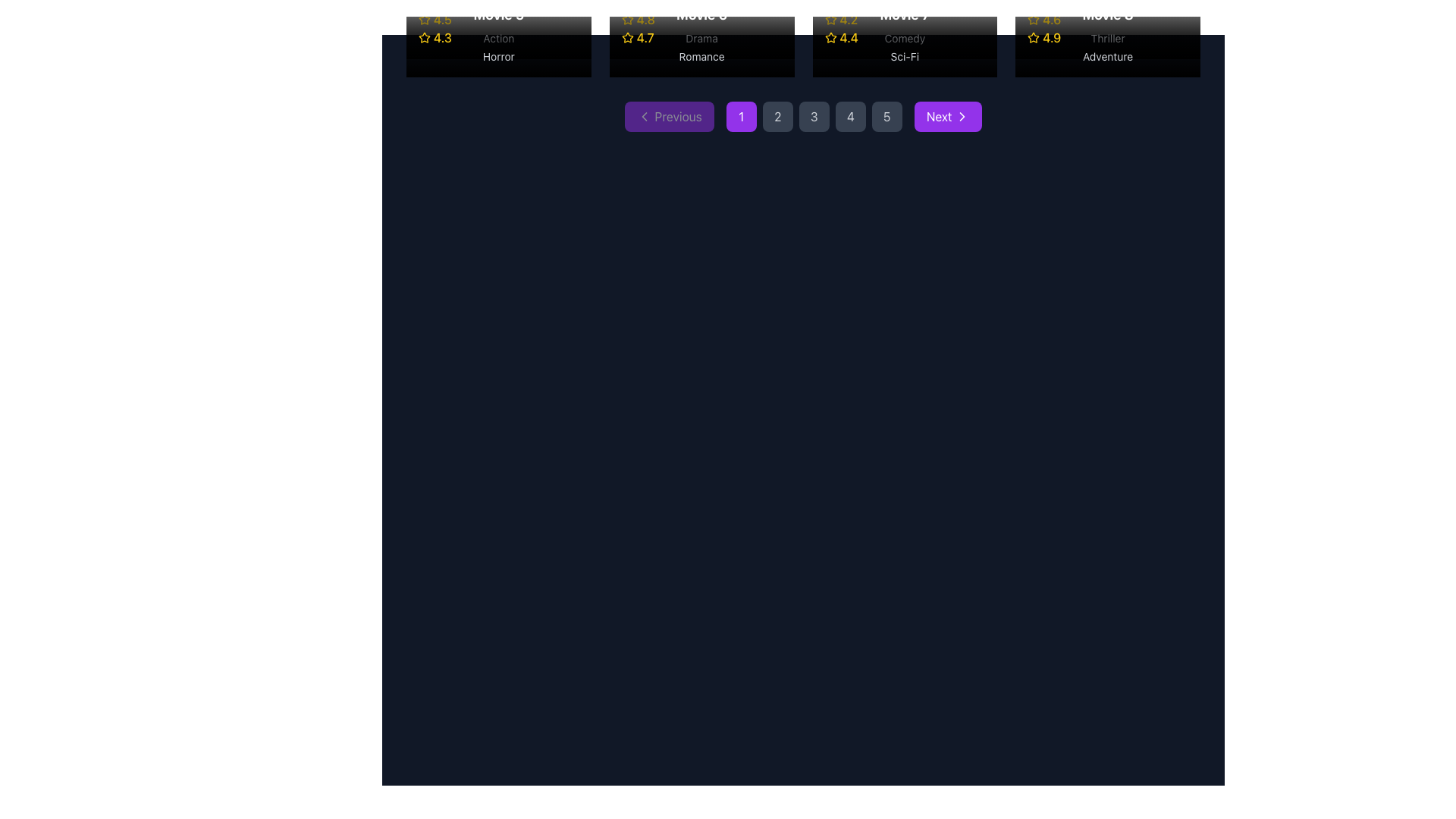  I want to click on the button that navigates to the fifth page in a sequence of numbered buttons, so click(886, 116).